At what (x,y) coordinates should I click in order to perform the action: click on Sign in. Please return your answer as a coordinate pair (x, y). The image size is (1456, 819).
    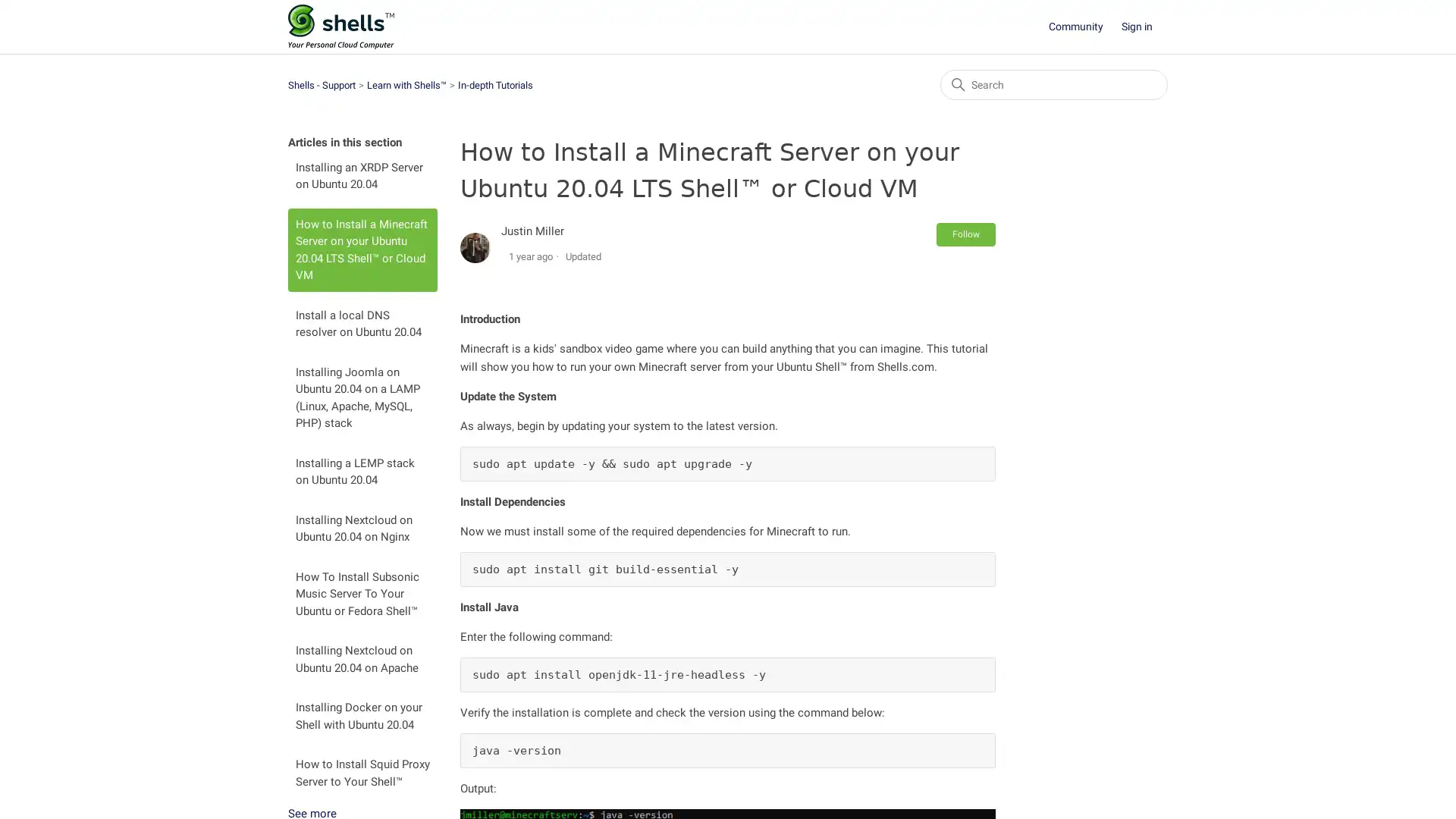
    Looking at the image, I should click on (1144, 27).